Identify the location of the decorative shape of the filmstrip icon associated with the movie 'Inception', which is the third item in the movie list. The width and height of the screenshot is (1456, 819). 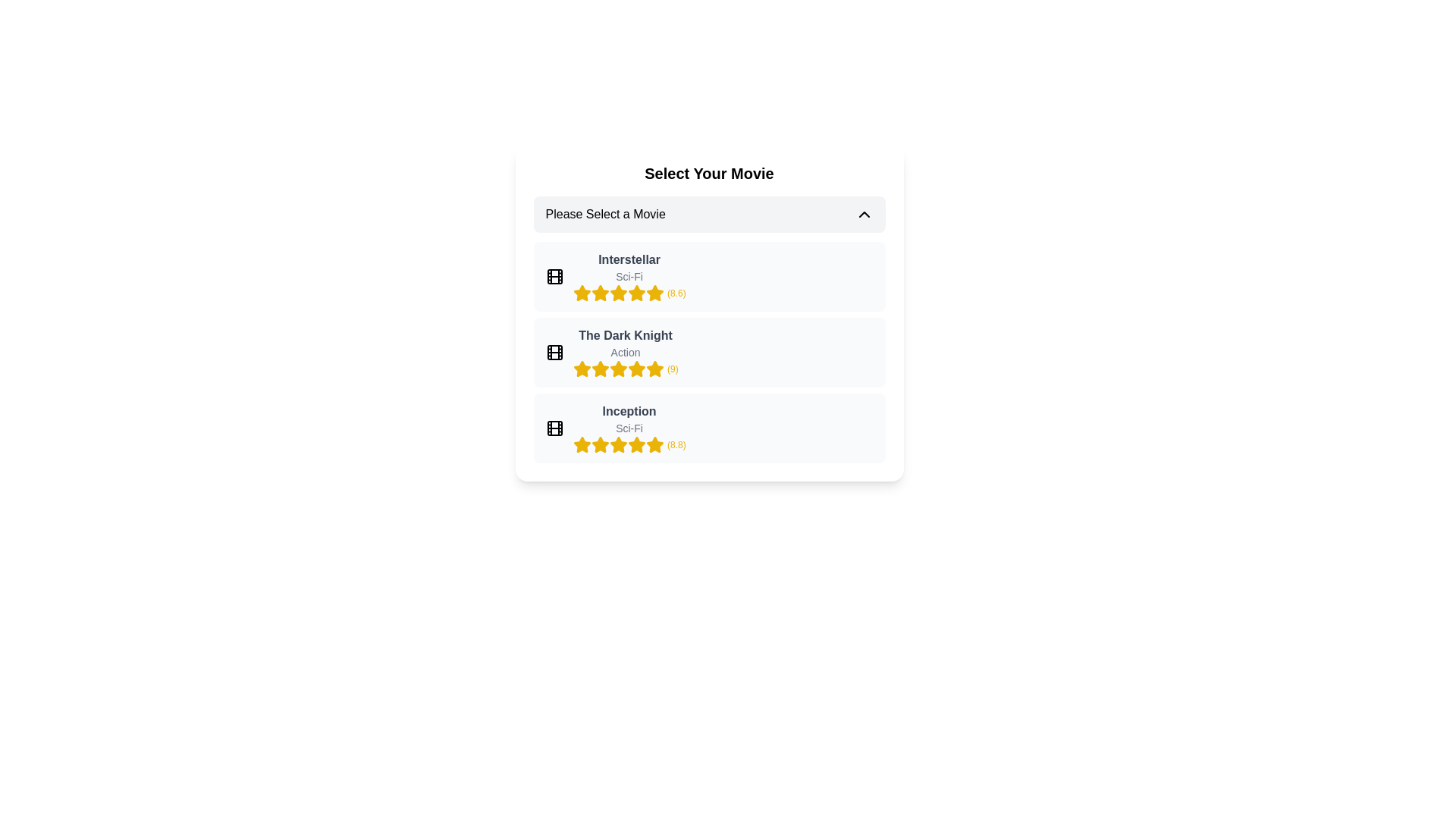
(554, 428).